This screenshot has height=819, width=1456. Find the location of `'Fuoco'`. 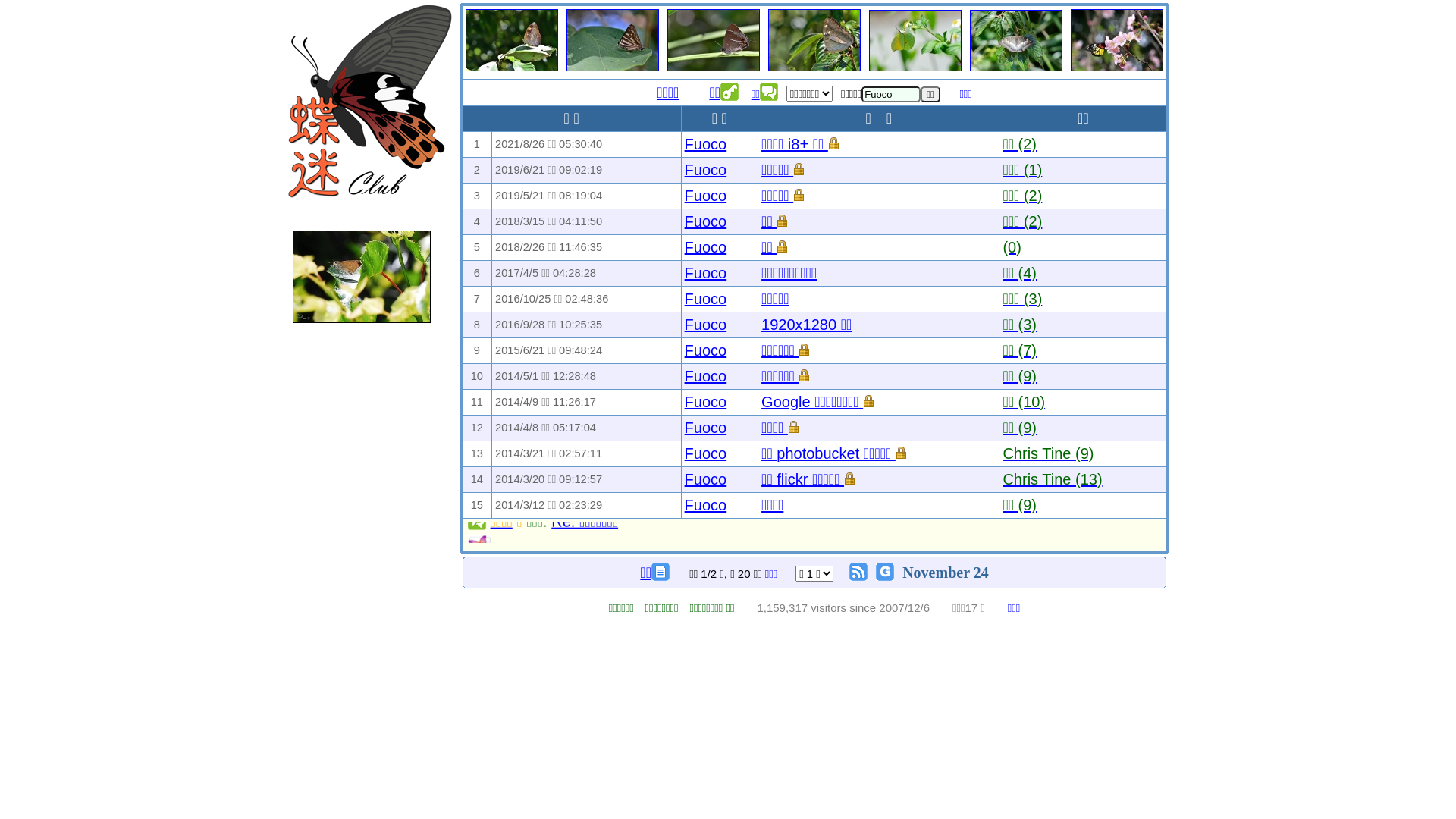

'Fuoco' is located at coordinates (683, 271).